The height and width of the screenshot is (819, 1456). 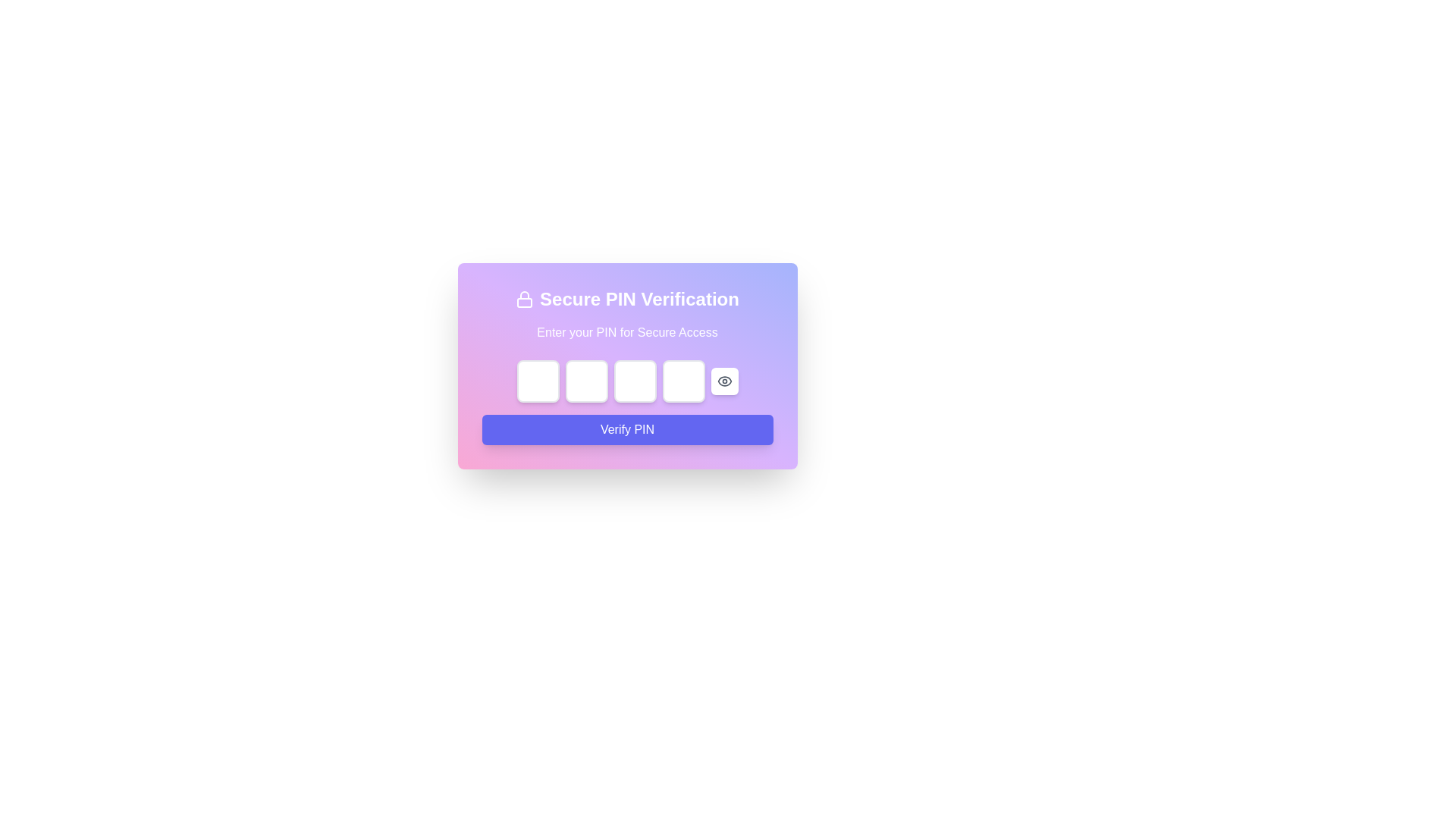 What do you see at coordinates (525, 299) in the screenshot?
I see `the Decorative lock icon located to the left of the 'Secure PIN Verification' title text` at bounding box center [525, 299].